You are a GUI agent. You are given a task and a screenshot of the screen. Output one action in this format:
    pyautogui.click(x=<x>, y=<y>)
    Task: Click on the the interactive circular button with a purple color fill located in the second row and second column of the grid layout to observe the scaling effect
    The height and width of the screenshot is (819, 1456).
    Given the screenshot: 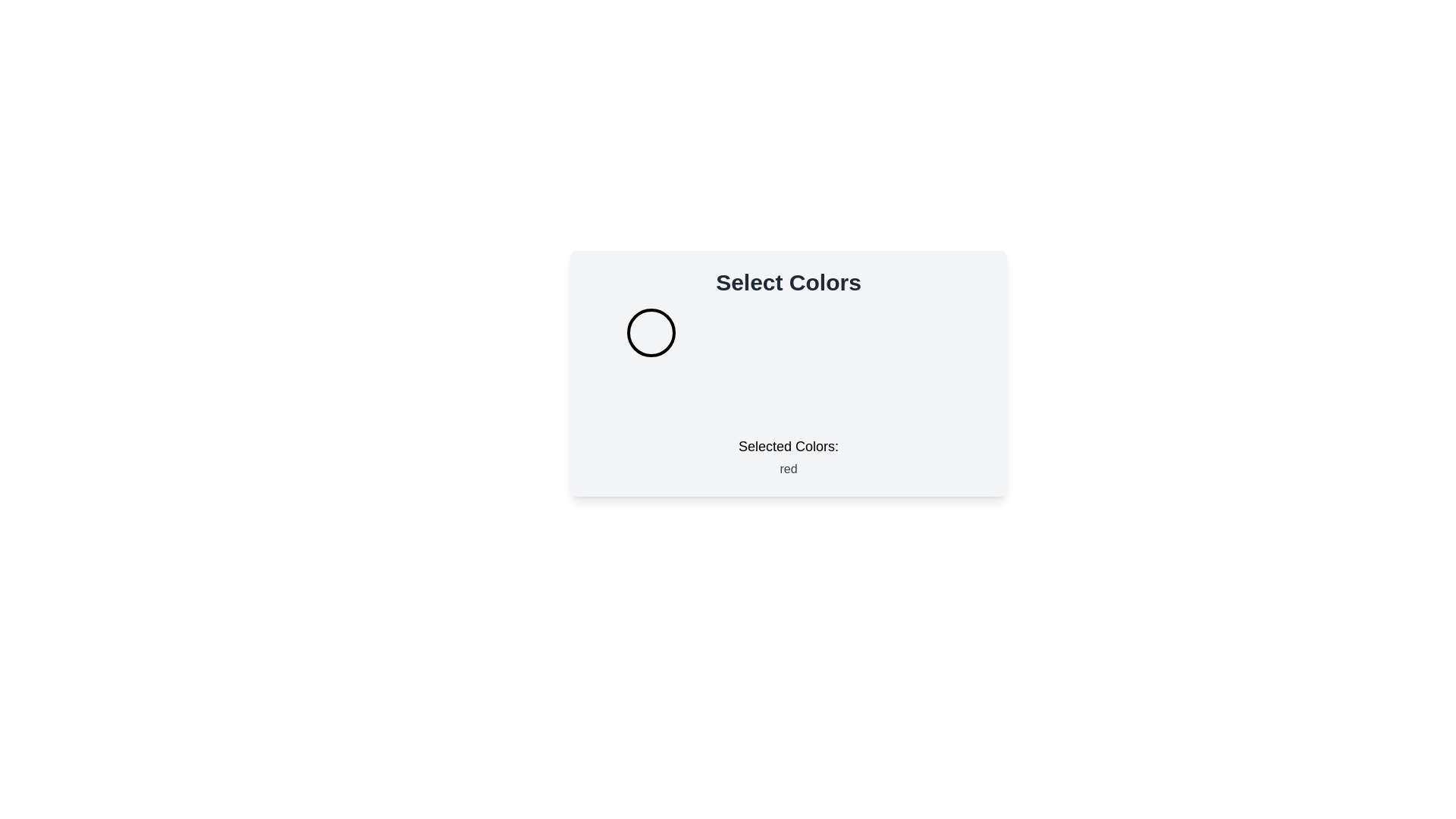 What is the action you would take?
    pyautogui.click(x=789, y=393)
    